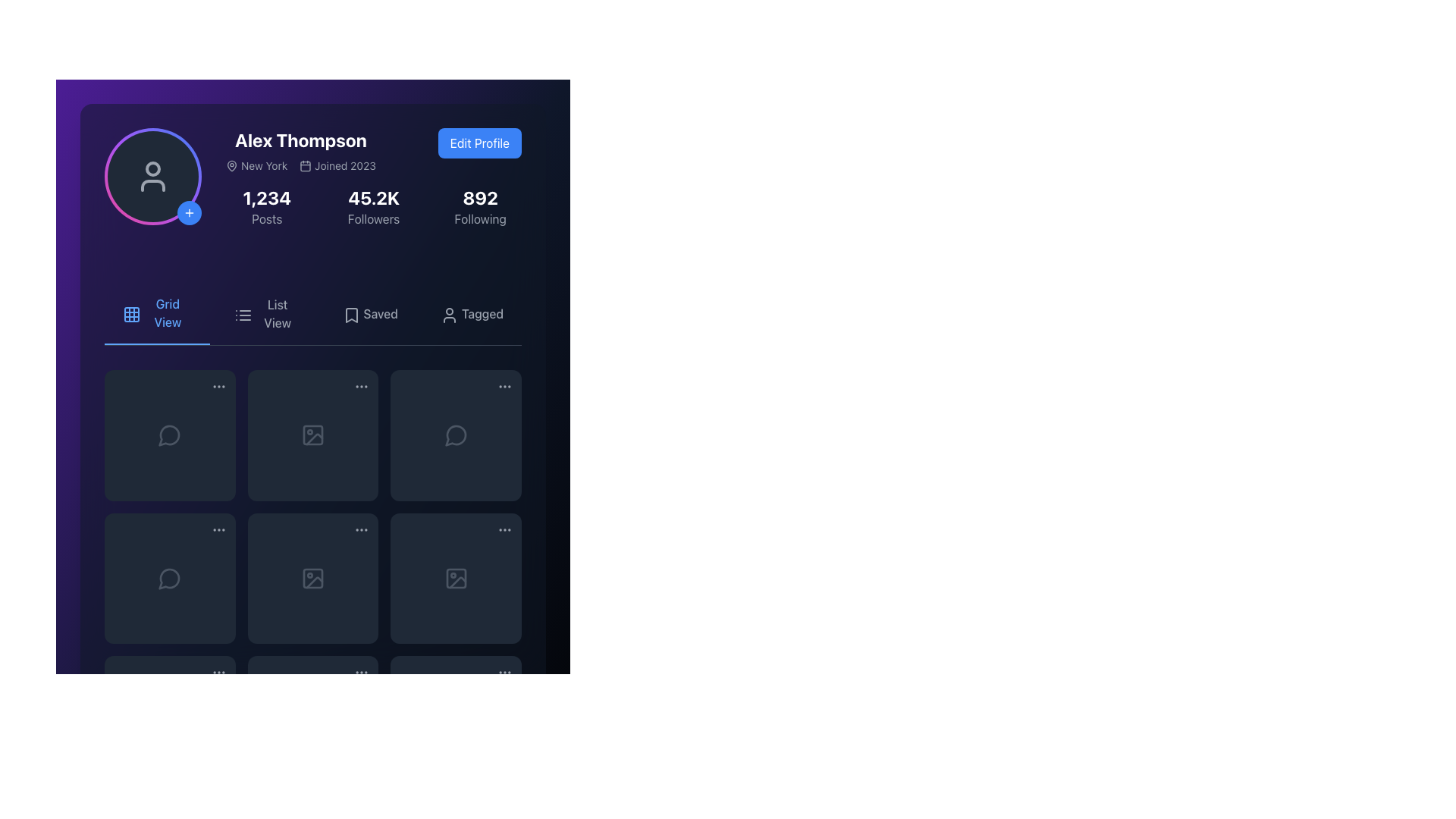  Describe the element at coordinates (505, 385) in the screenshot. I see `the Ellipsis menu icon, which consists of three small gray circles arranged in a row, located in the top-right corner of the rightmost card in the grid layout under the profile section` at that location.